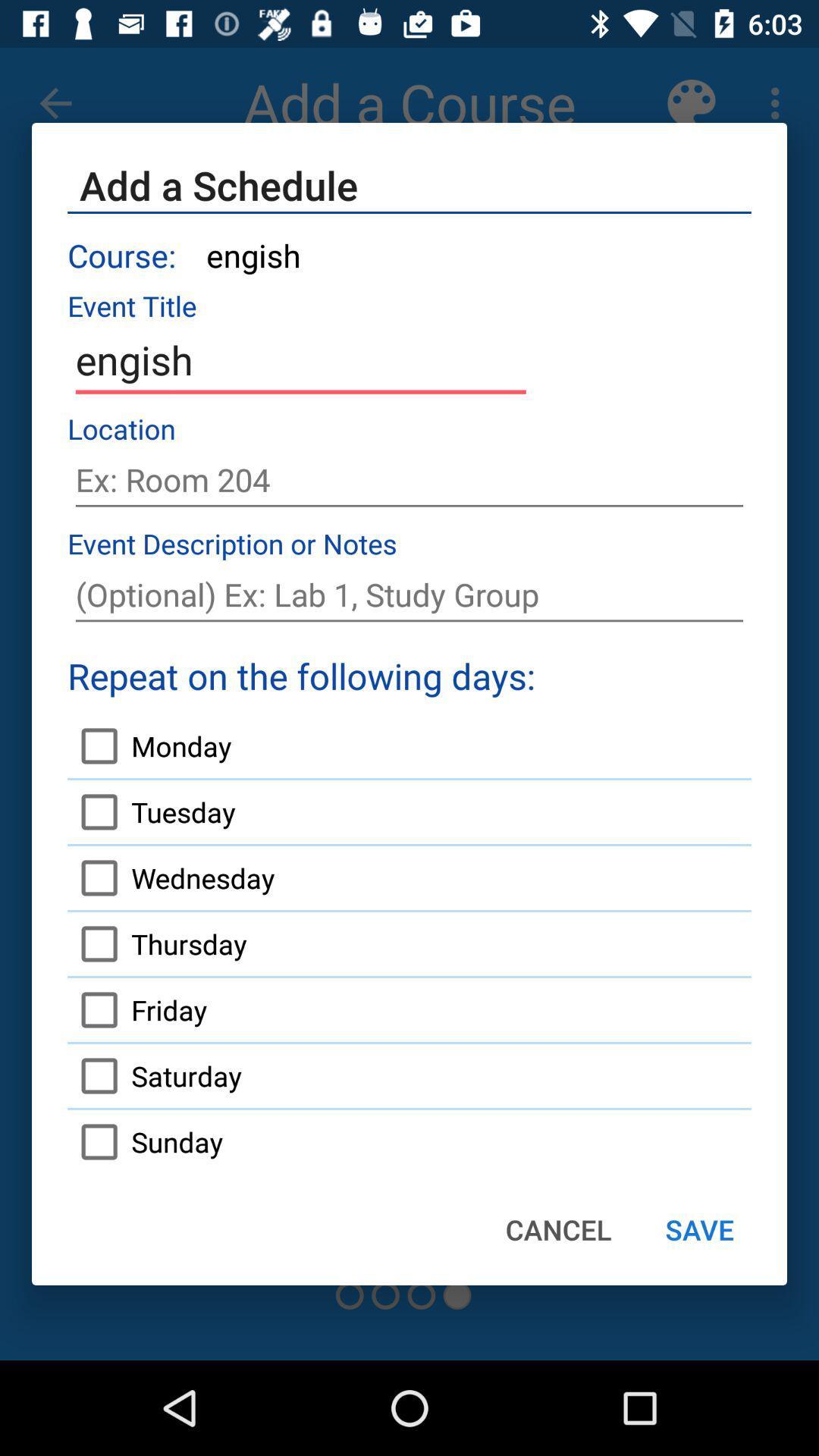  What do you see at coordinates (558, 1229) in the screenshot?
I see `the cancel` at bounding box center [558, 1229].